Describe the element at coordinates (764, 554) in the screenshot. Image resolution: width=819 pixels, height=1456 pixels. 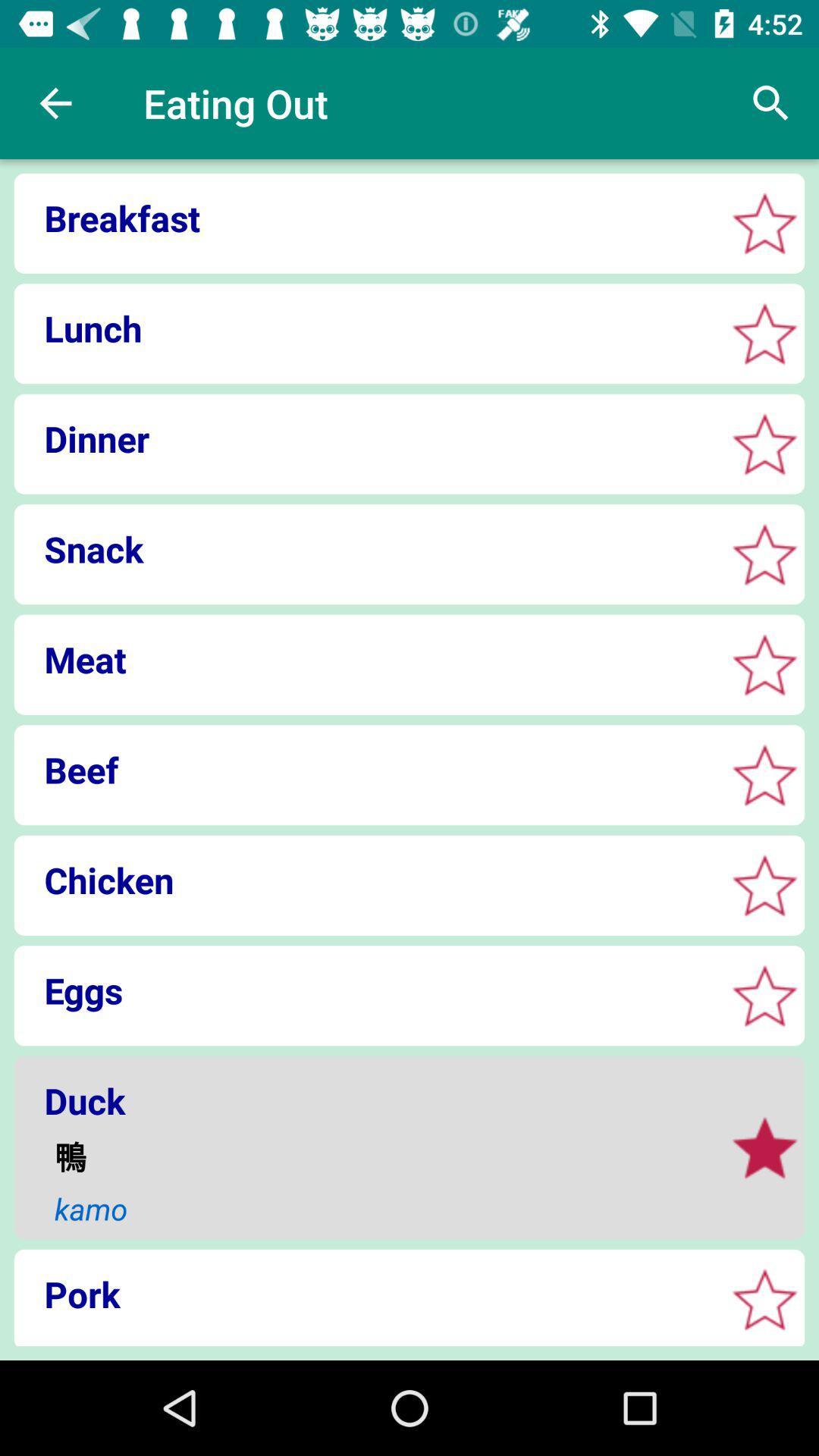
I see `mark selection` at that location.